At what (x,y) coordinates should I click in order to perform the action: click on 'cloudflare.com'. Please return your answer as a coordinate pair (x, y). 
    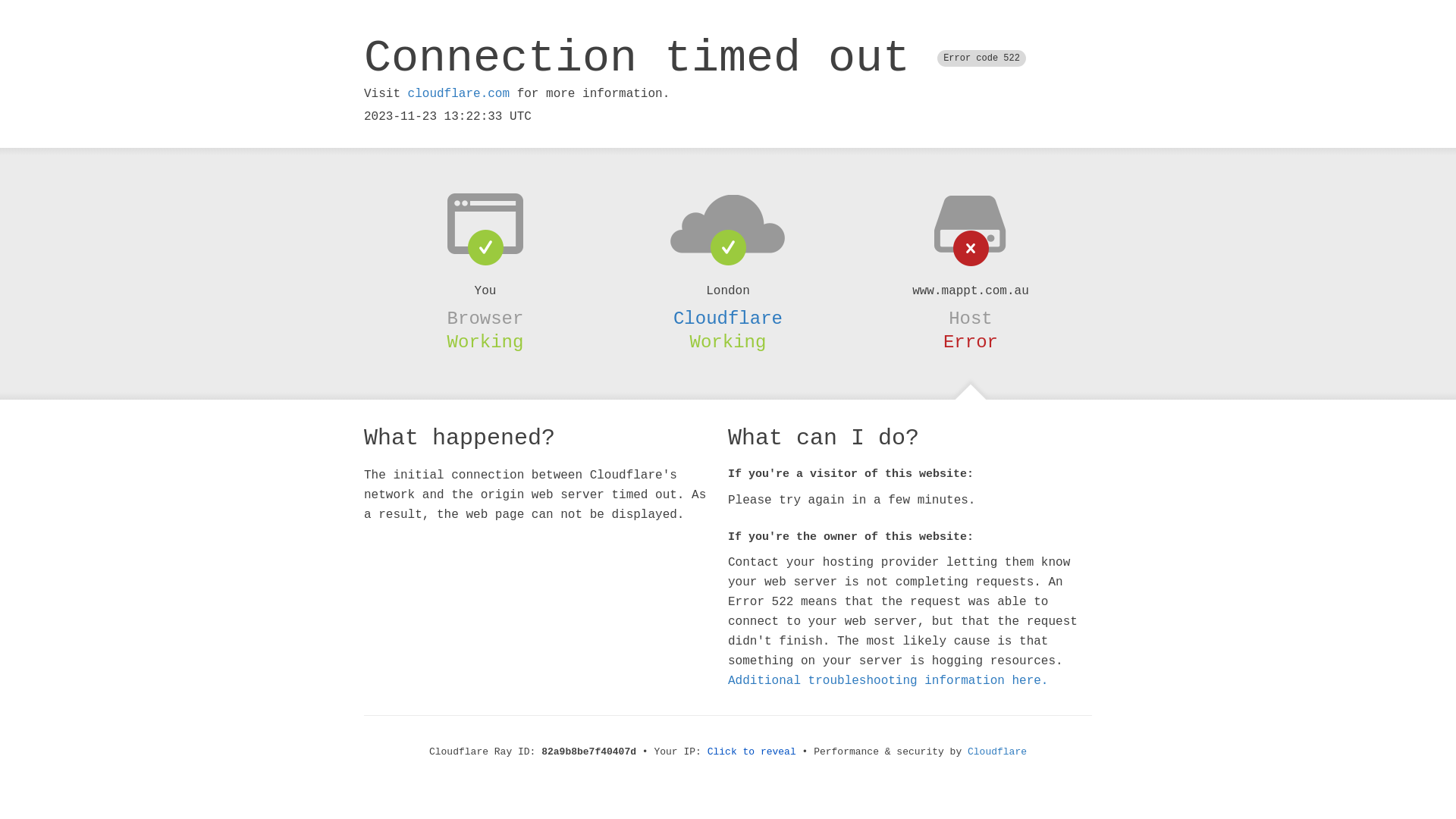
    Looking at the image, I should click on (457, 93).